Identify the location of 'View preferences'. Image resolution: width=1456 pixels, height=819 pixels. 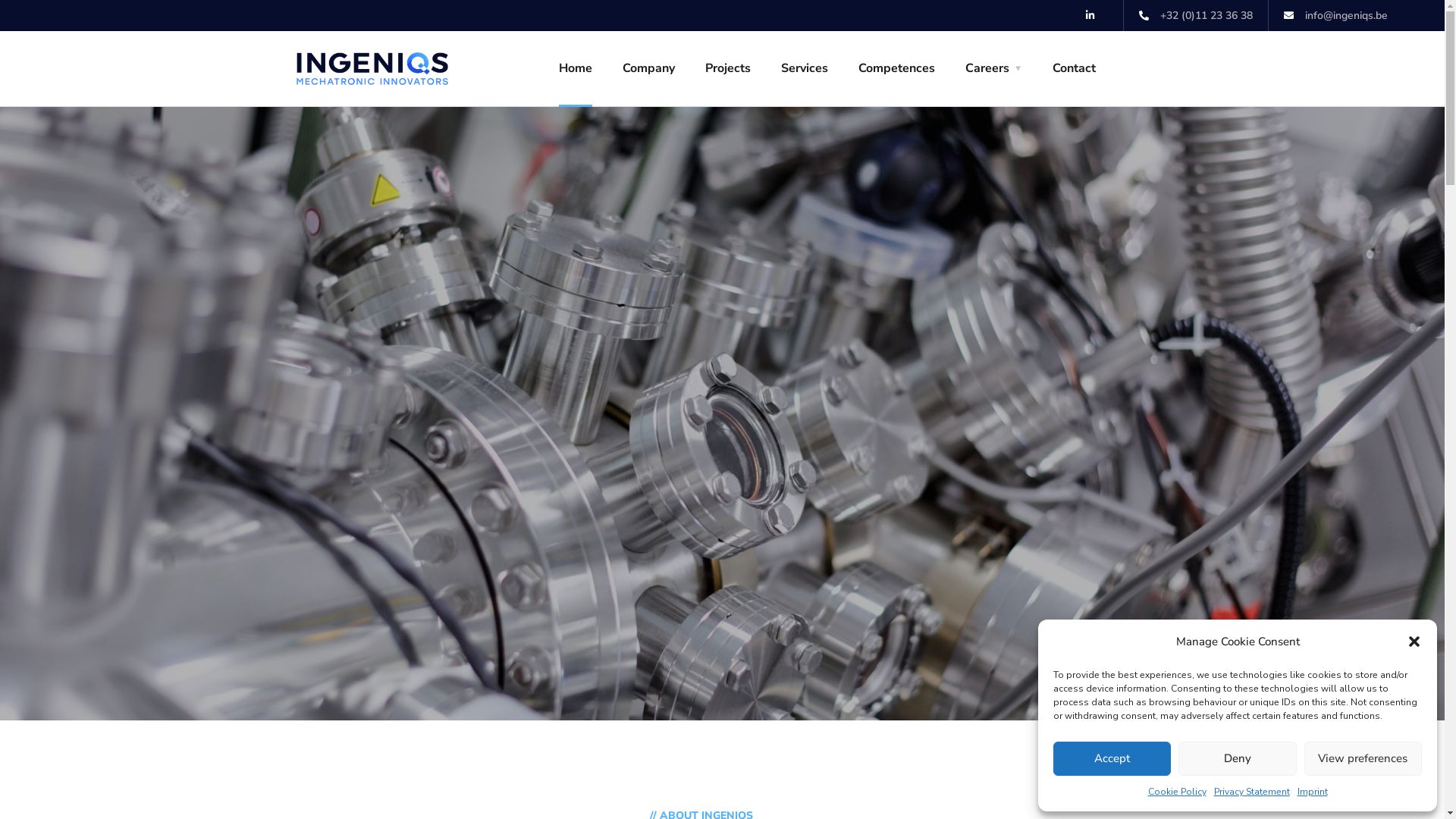
(1363, 758).